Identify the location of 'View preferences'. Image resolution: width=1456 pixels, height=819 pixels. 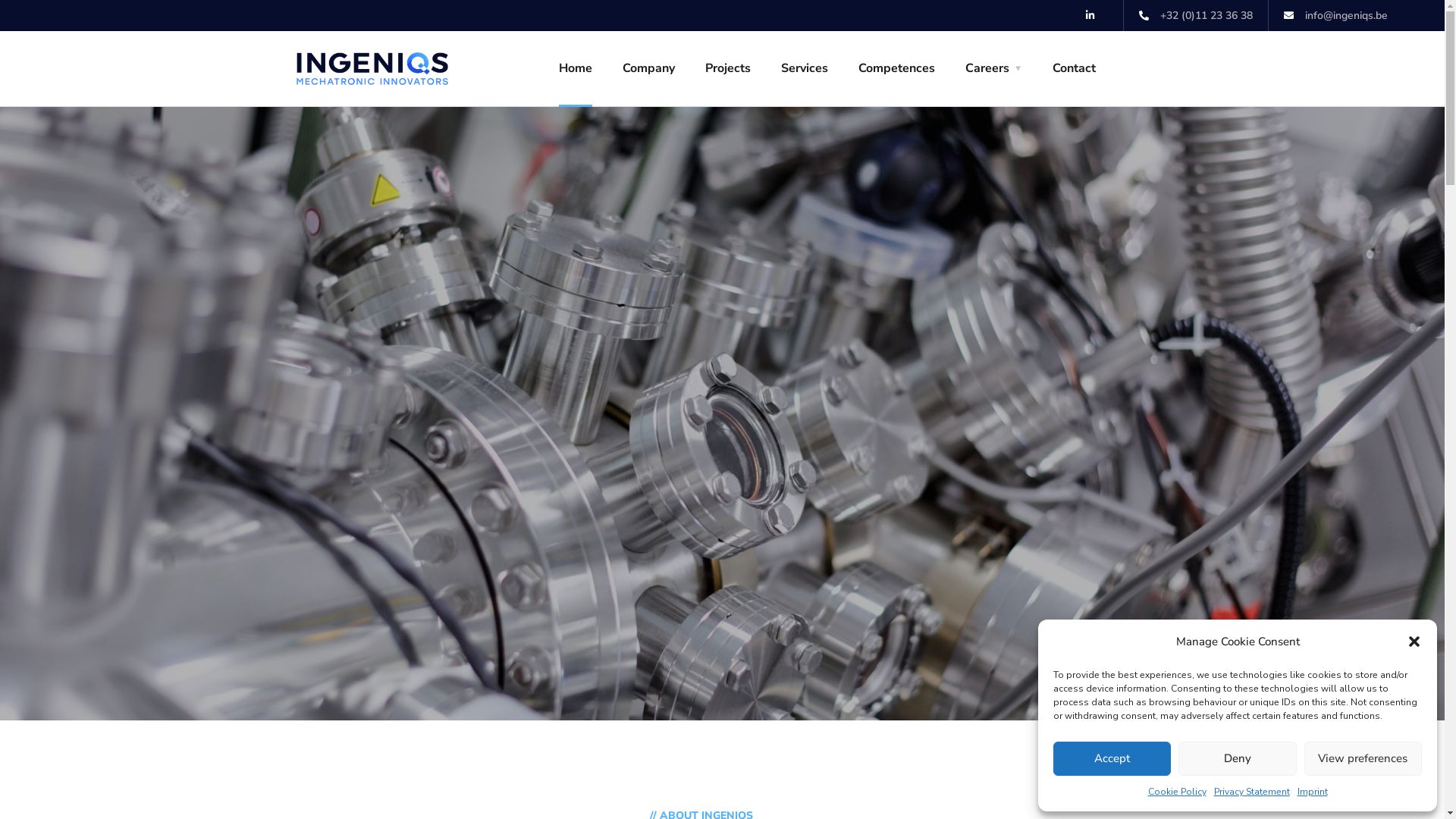
(1363, 758).